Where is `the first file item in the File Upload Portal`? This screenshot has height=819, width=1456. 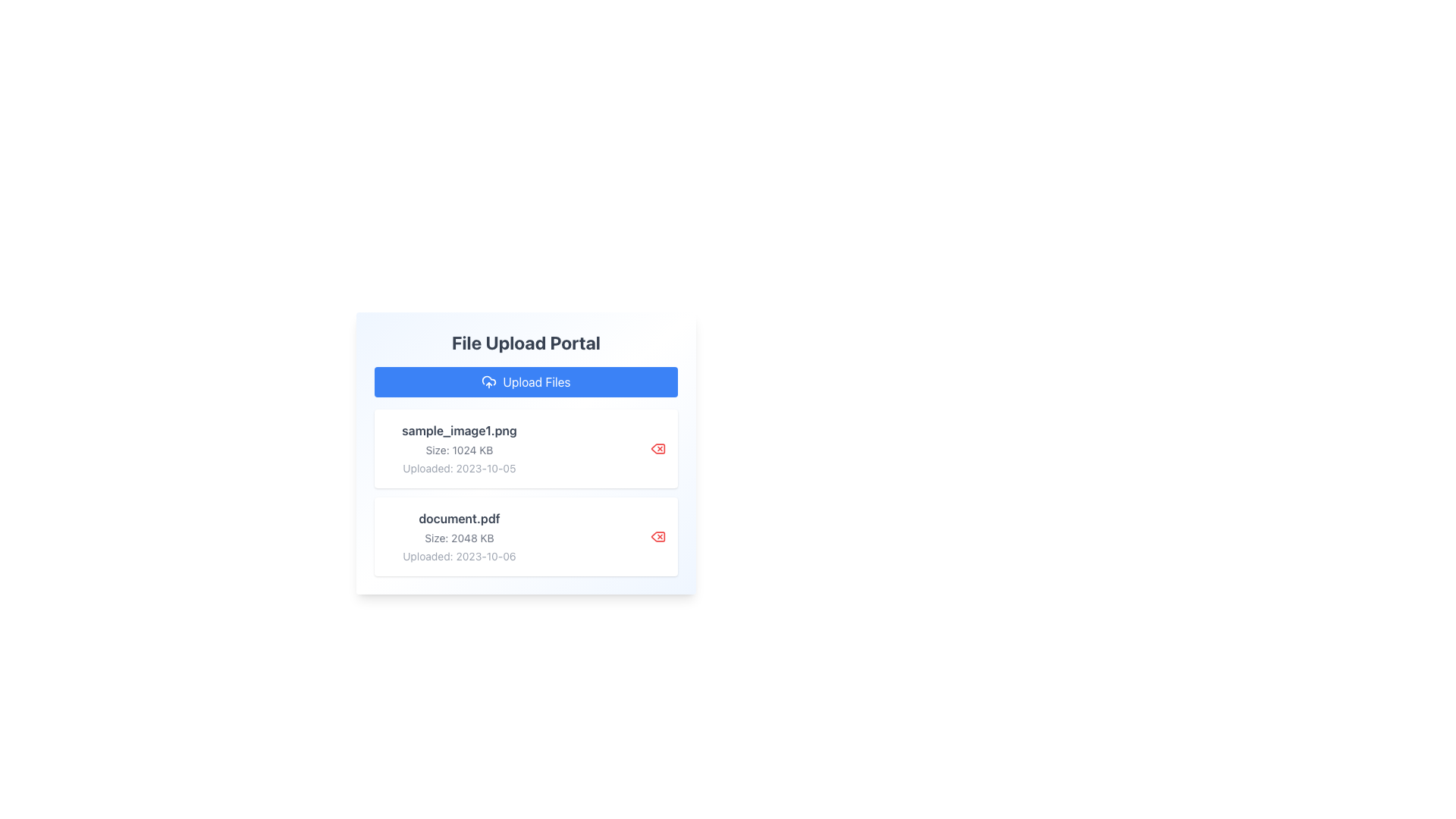
the first file item in the File Upload Portal is located at coordinates (526, 447).